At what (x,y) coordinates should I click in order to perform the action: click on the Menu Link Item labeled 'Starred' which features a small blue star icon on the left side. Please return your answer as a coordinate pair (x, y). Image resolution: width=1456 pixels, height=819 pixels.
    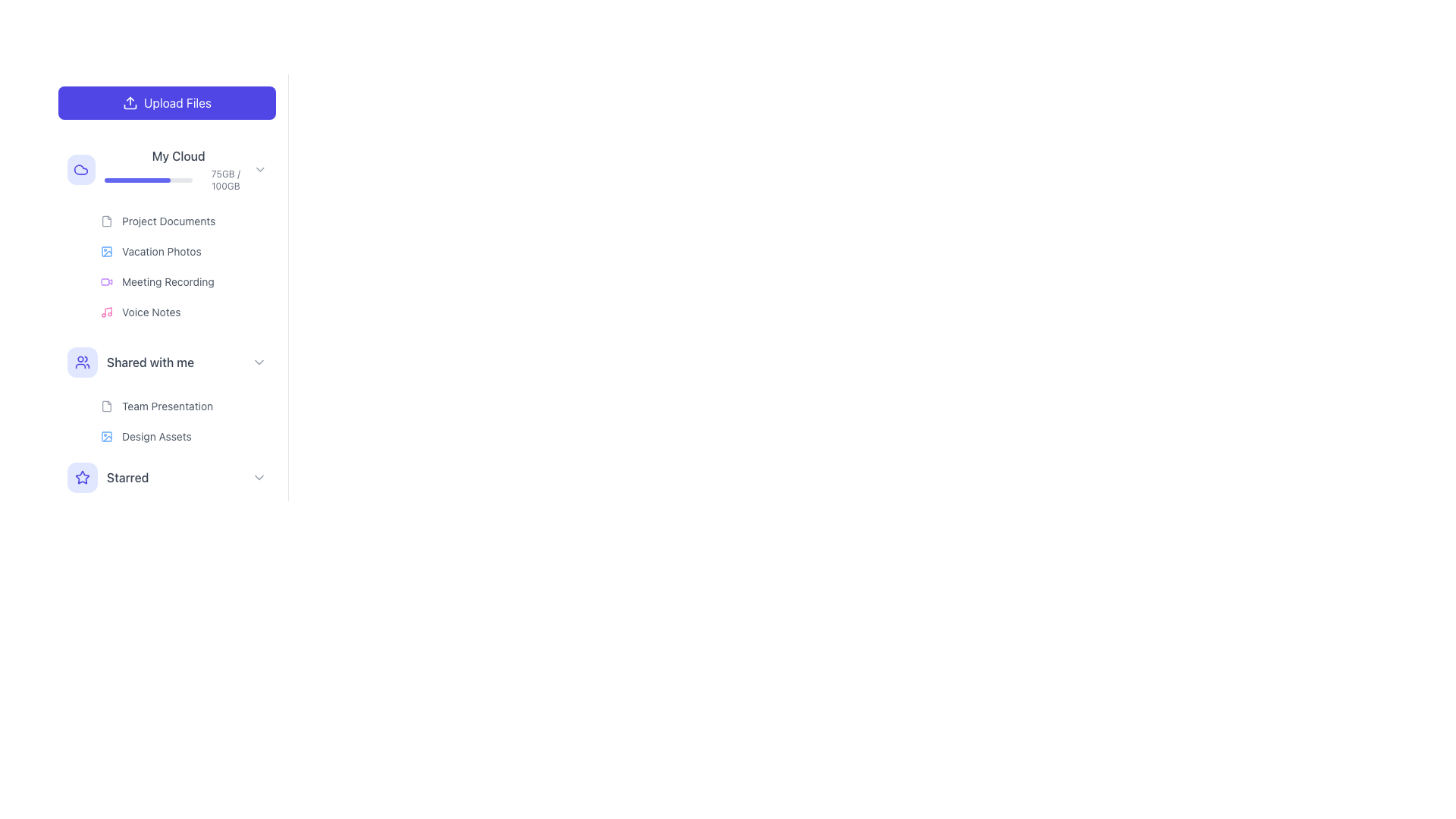
    Looking at the image, I should click on (107, 476).